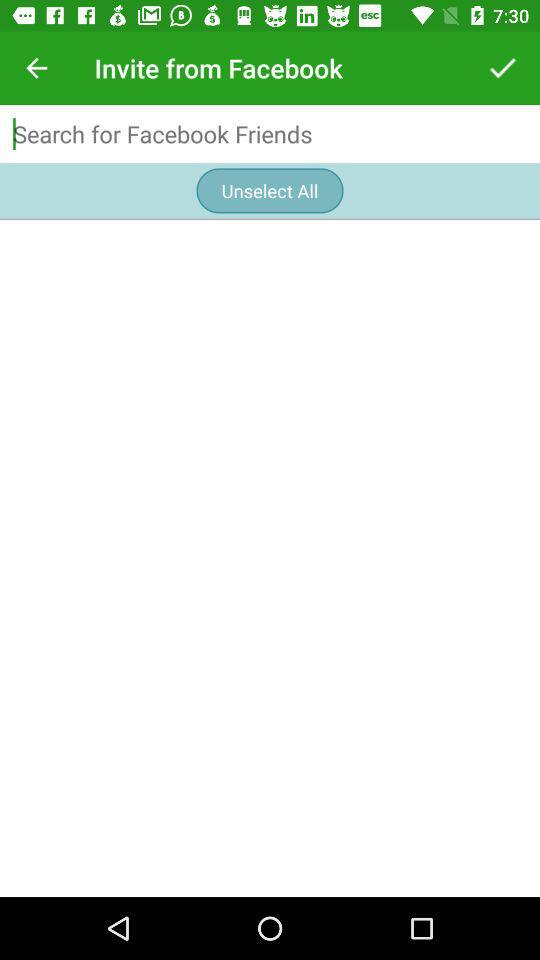 The width and height of the screenshot is (540, 960). I want to click on the app to the right of the invite from facebook icon, so click(502, 68).